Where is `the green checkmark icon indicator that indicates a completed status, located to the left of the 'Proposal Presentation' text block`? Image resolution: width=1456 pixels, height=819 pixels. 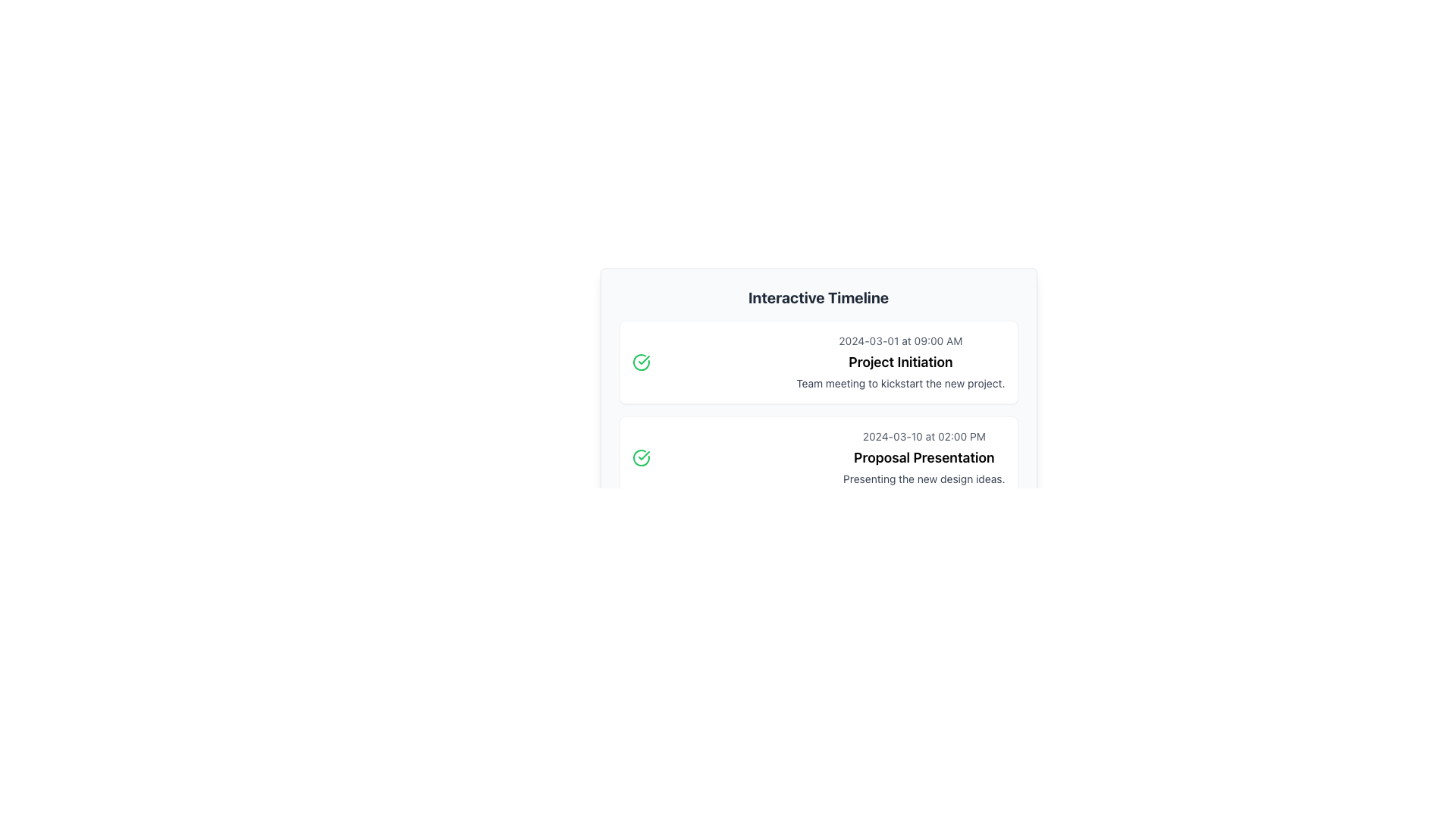
the green checkmark icon indicator that indicates a completed status, located to the left of the 'Proposal Presentation' text block is located at coordinates (641, 457).